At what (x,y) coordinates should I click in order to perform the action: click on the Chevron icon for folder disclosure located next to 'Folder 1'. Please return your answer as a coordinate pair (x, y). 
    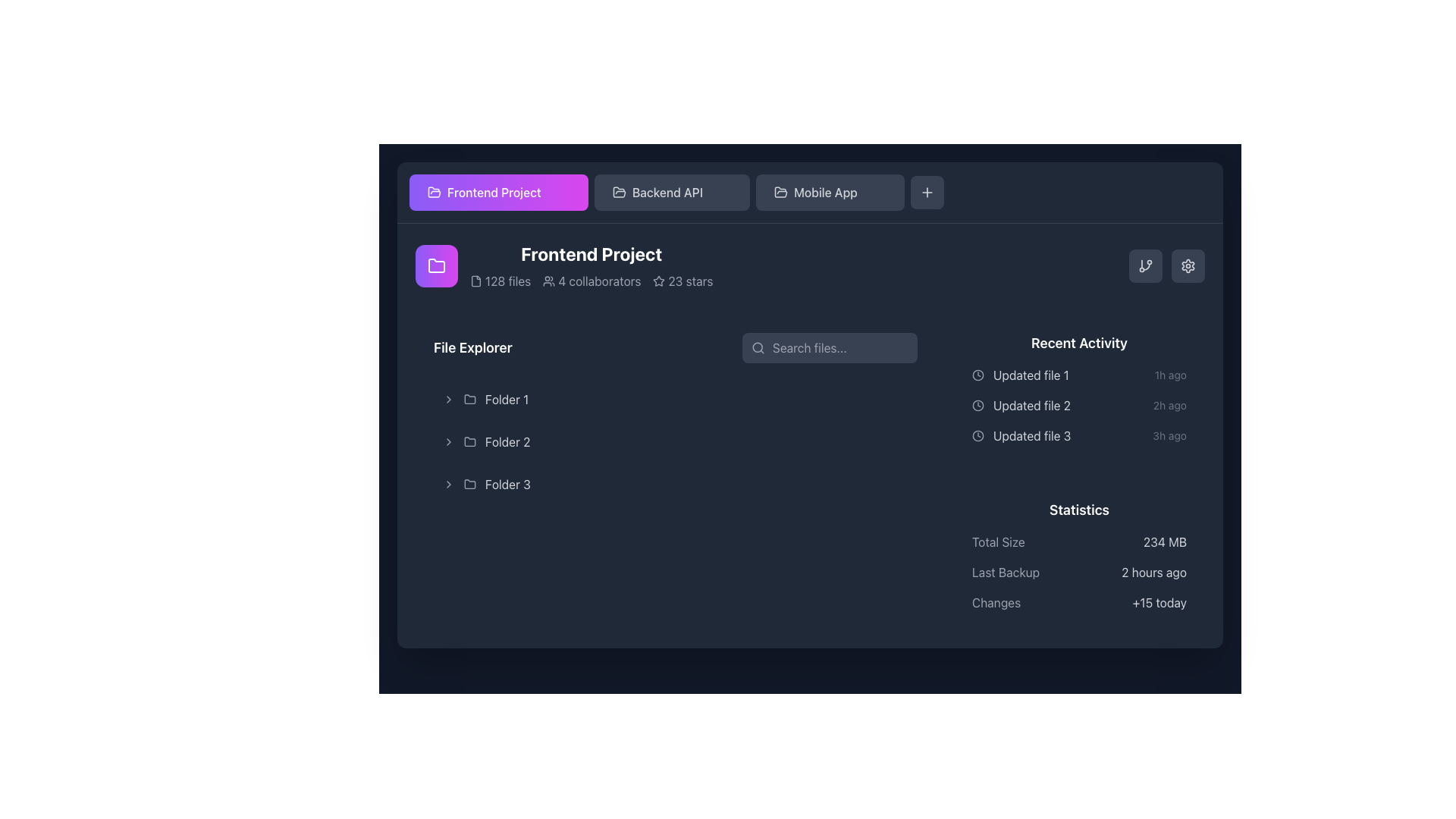
    Looking at the image, I should click on (447, 399).